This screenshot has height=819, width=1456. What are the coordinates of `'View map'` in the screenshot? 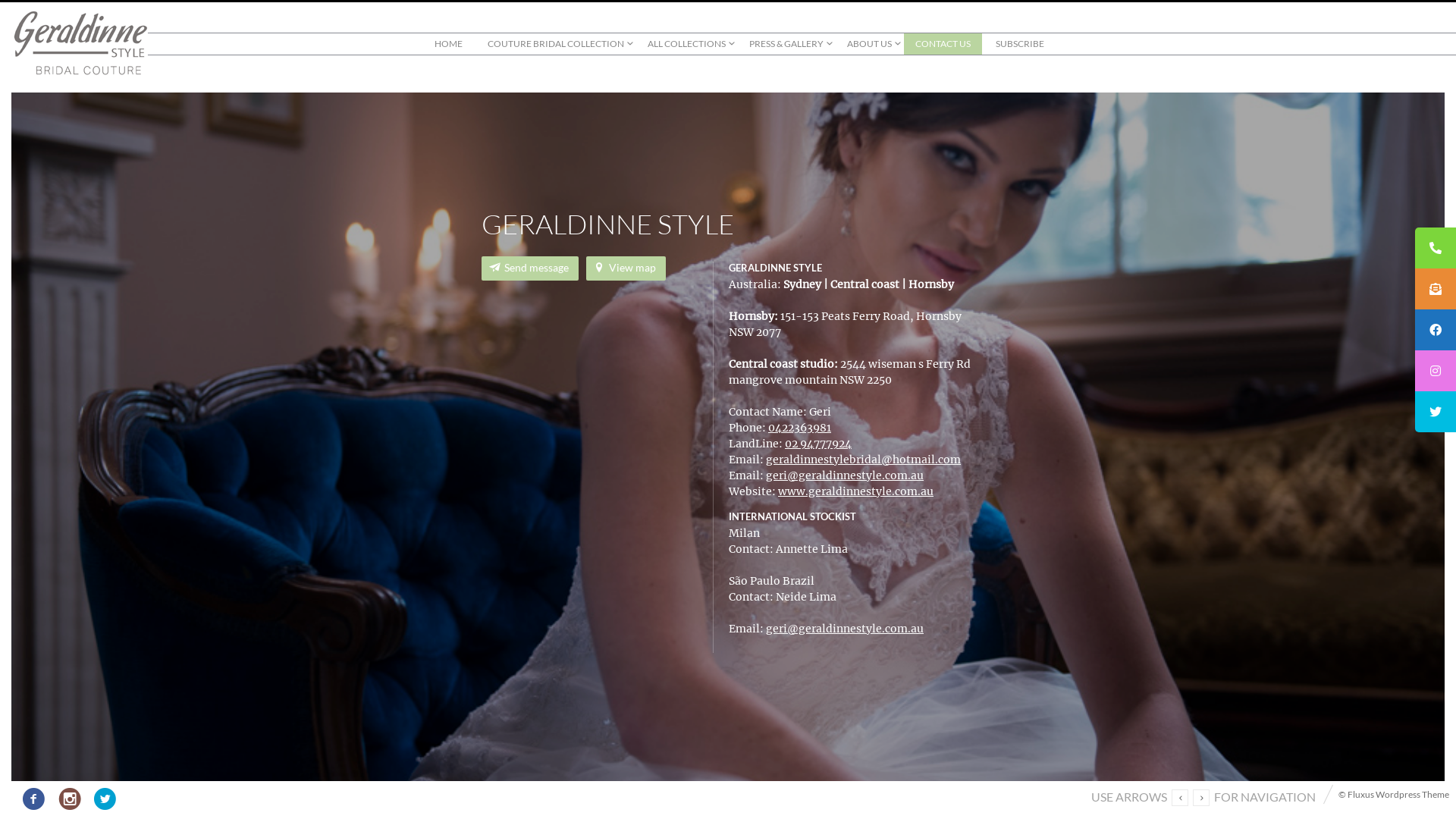 It's located at (626, 268).